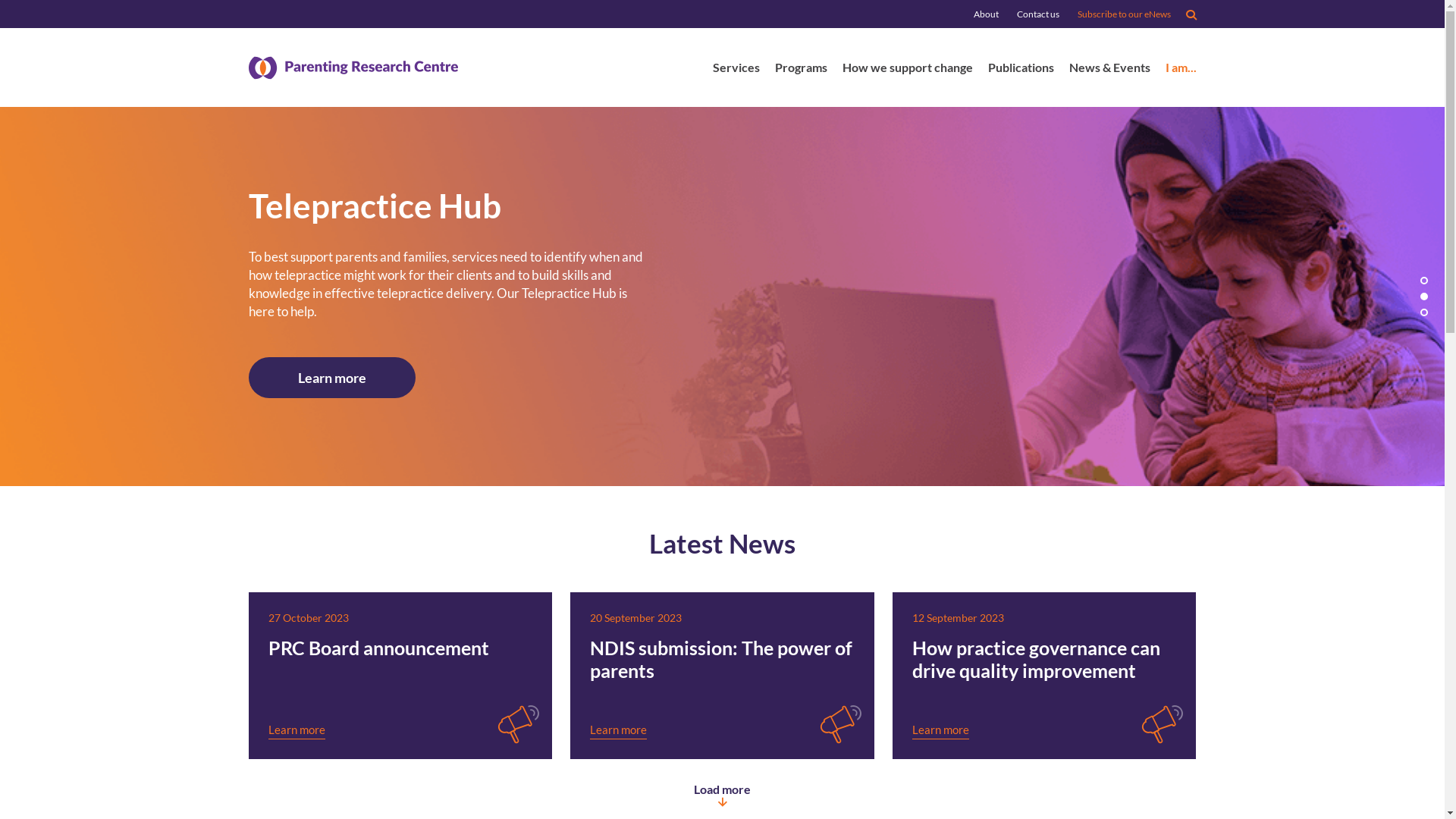 This screenshot has height=819, width=1456. Describe the element at coordinates (1037, 14) in the screenshot. I see `'Contact us'` at that location.